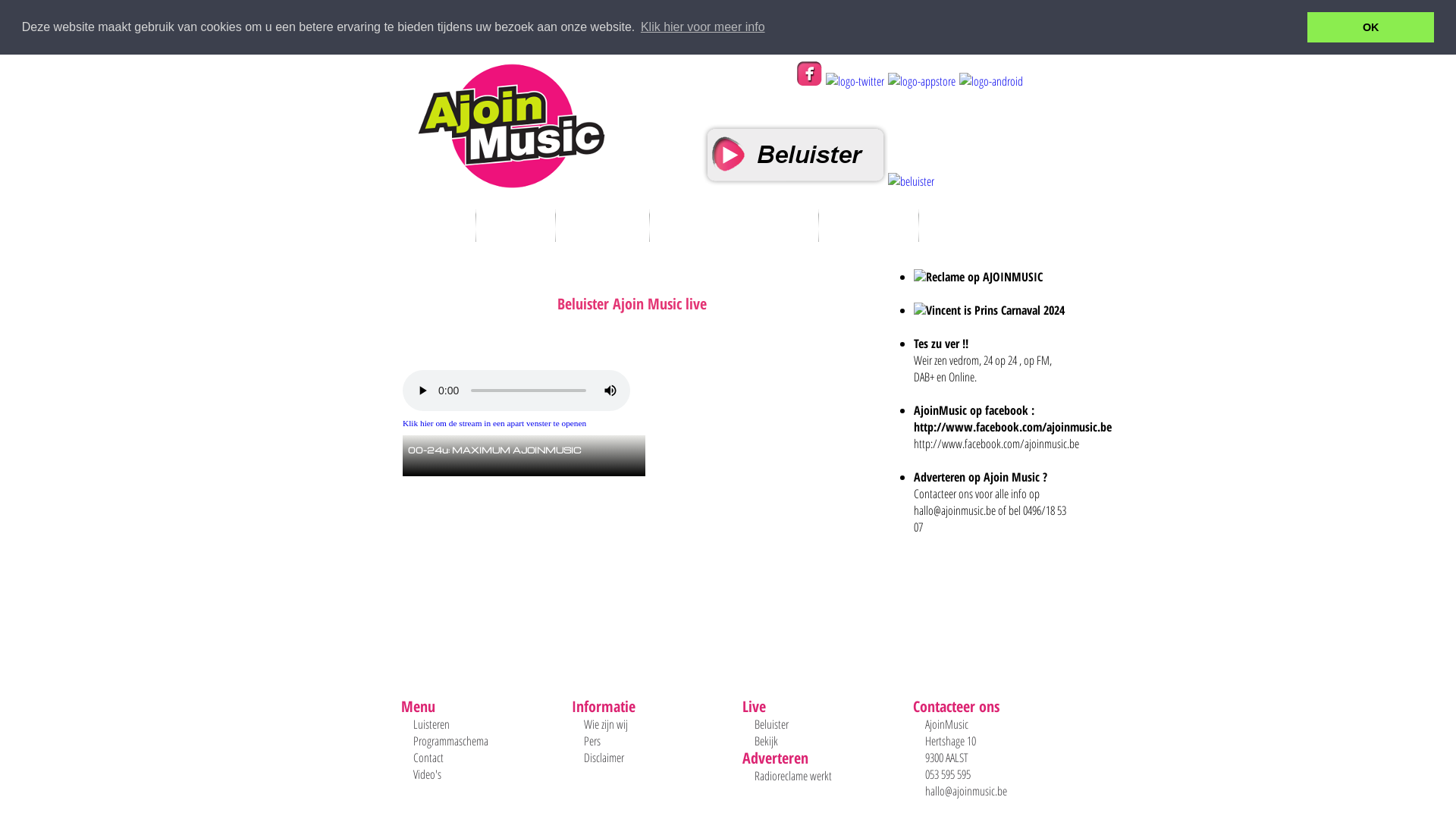 Image resolution: width=1456 pixels, height=819 pixels. What do you see at coordinates (428, 758) in the screenshot?
I see `'Contact'` at bounding box center [428, 758].